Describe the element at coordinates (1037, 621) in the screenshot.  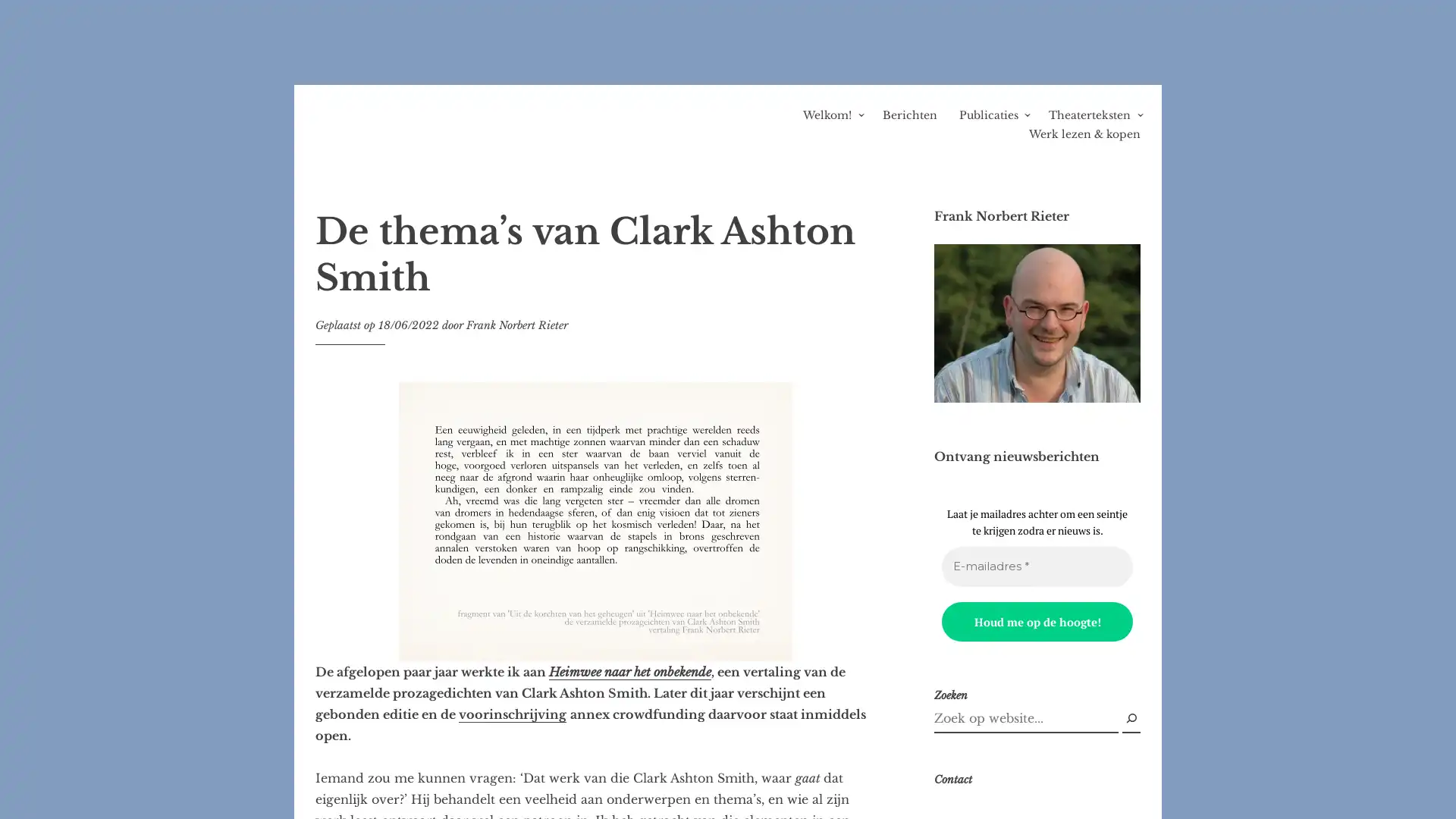
I see `Houd me op de hoogte!` at that location.